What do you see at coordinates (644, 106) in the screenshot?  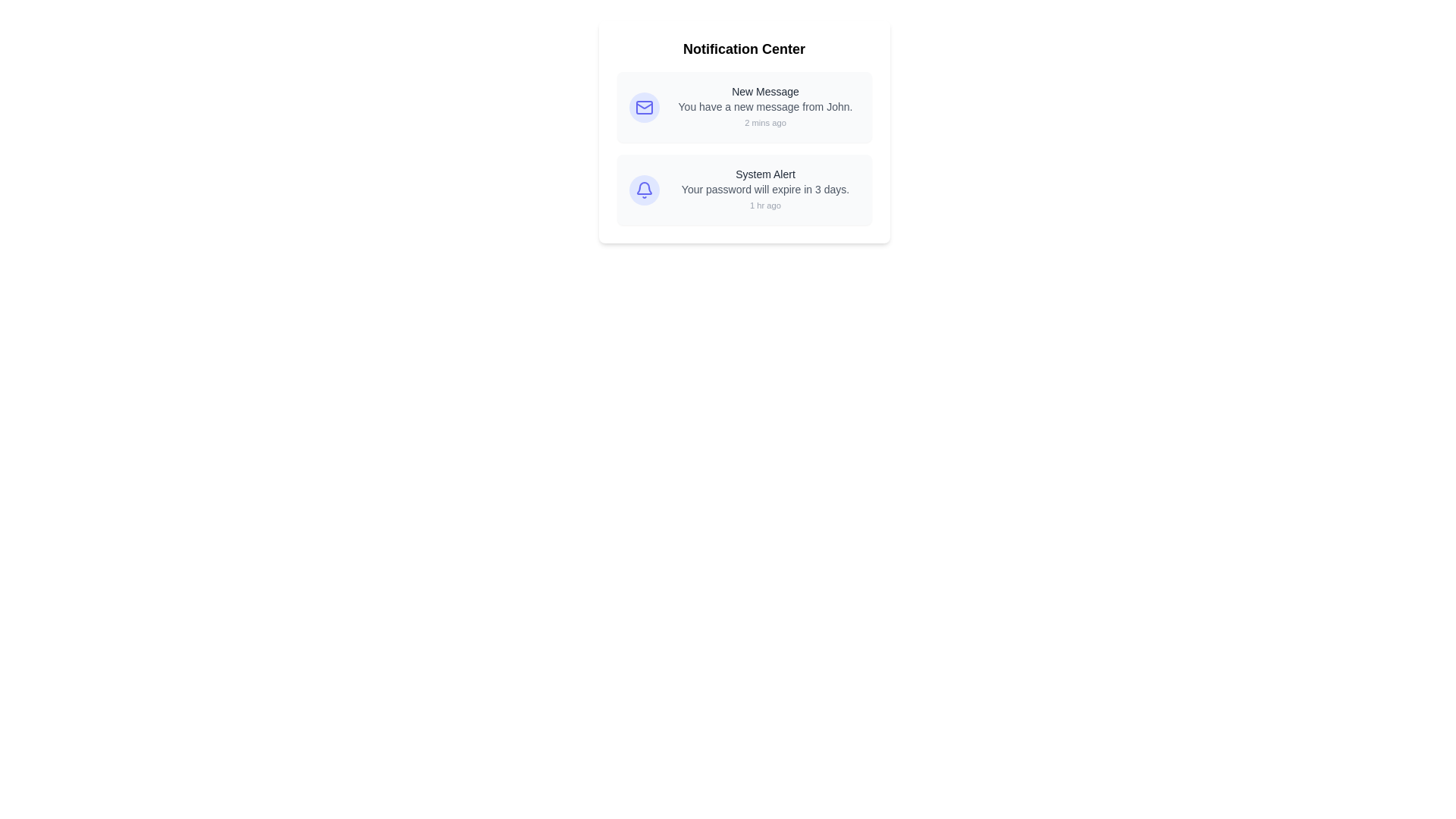 I see `the blue envelope icon in the top-left corner of the notification center widget, which indicates a new message` at bounding box center [644, 106].